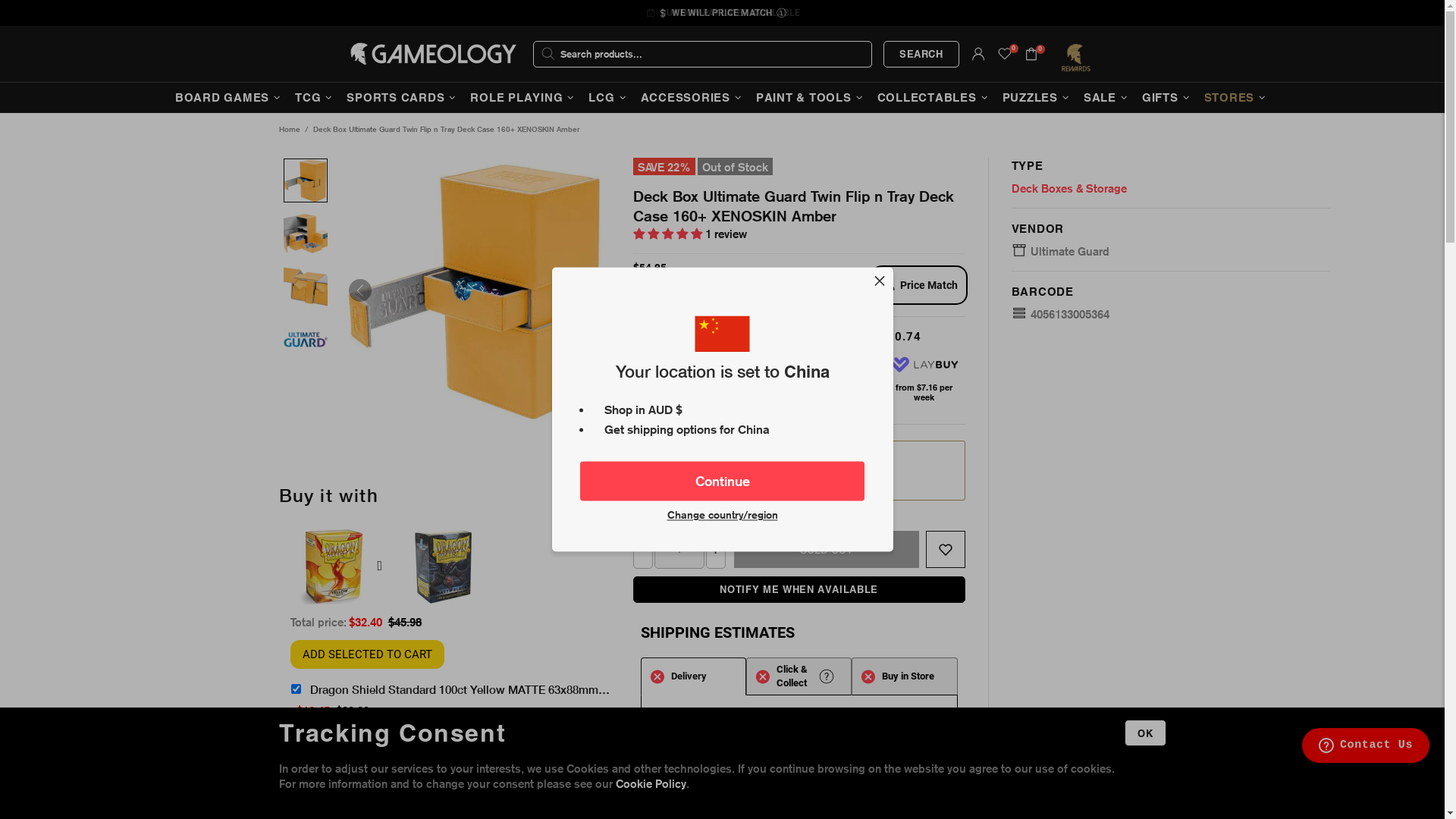 This screenshot has height=819, width=1456. What do you see at coordinates (651, 783) in the screenshot?
I see `'Cookie Policy'` at bounding box center [651, 783].